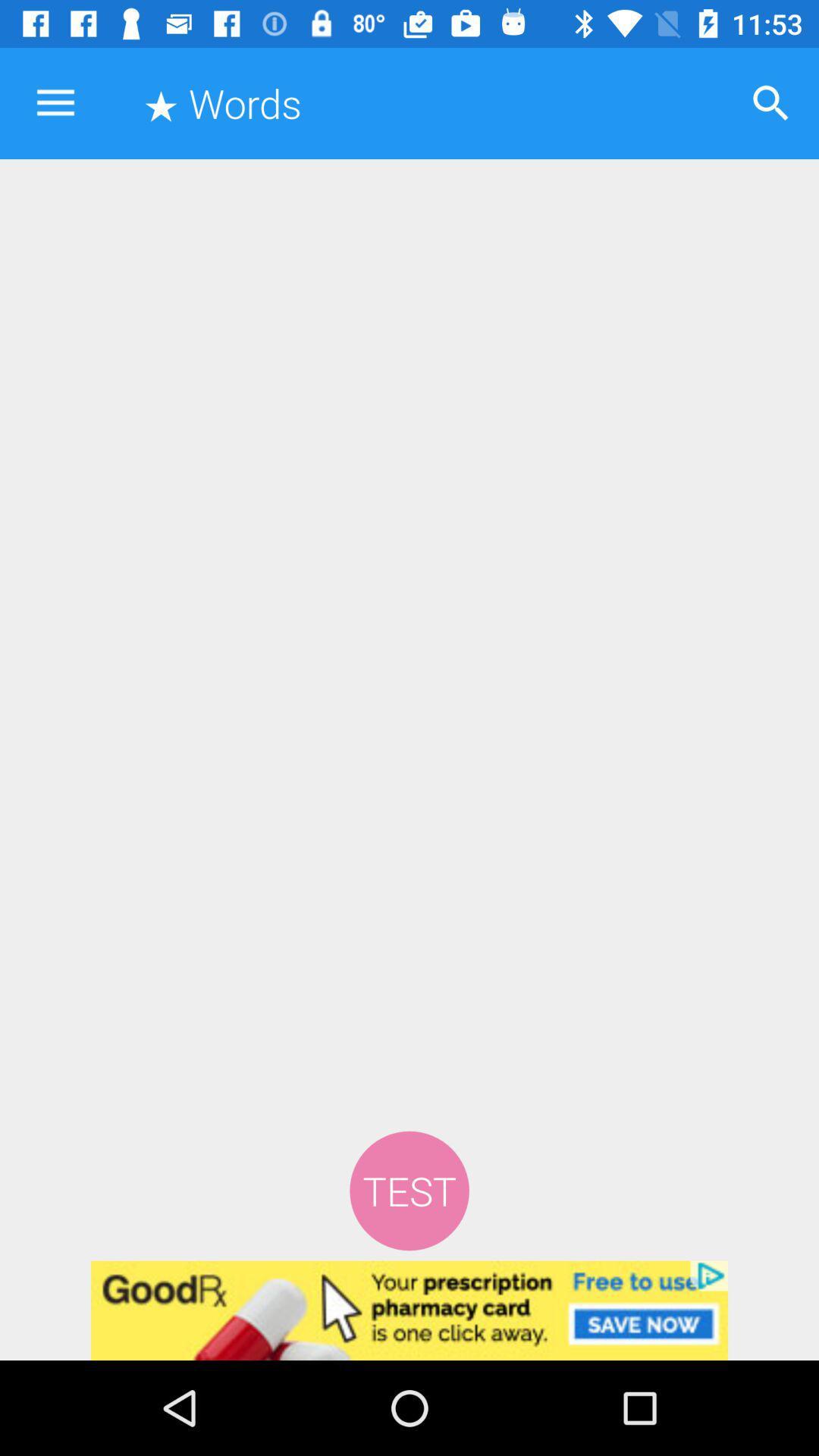  I want to click on clicks the advertisement, so click(409, 1310).